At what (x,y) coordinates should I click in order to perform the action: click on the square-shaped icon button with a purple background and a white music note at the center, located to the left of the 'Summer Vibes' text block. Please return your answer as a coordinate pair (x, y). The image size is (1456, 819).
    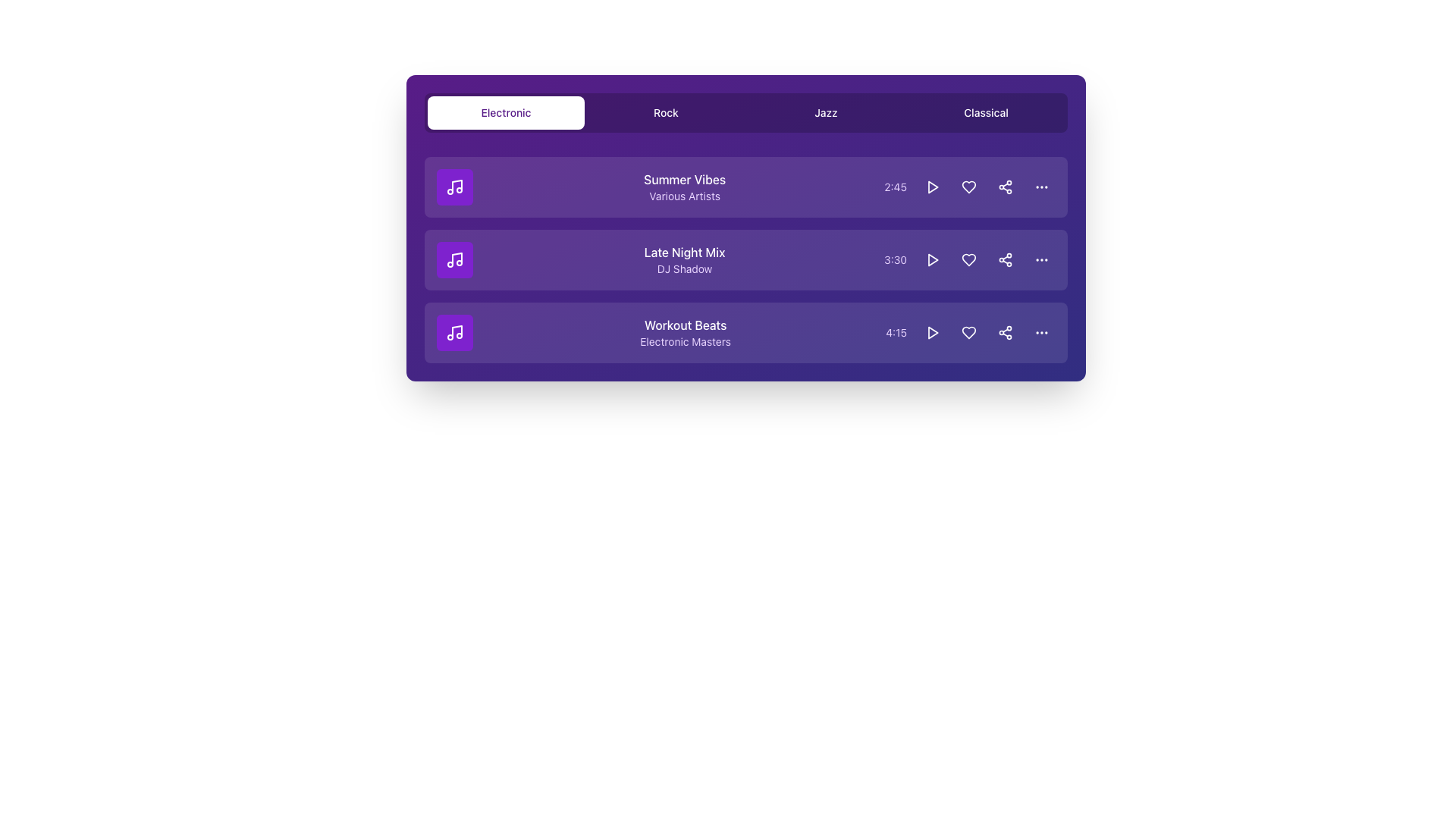
    Looking at the image, I should click on (454, 186).